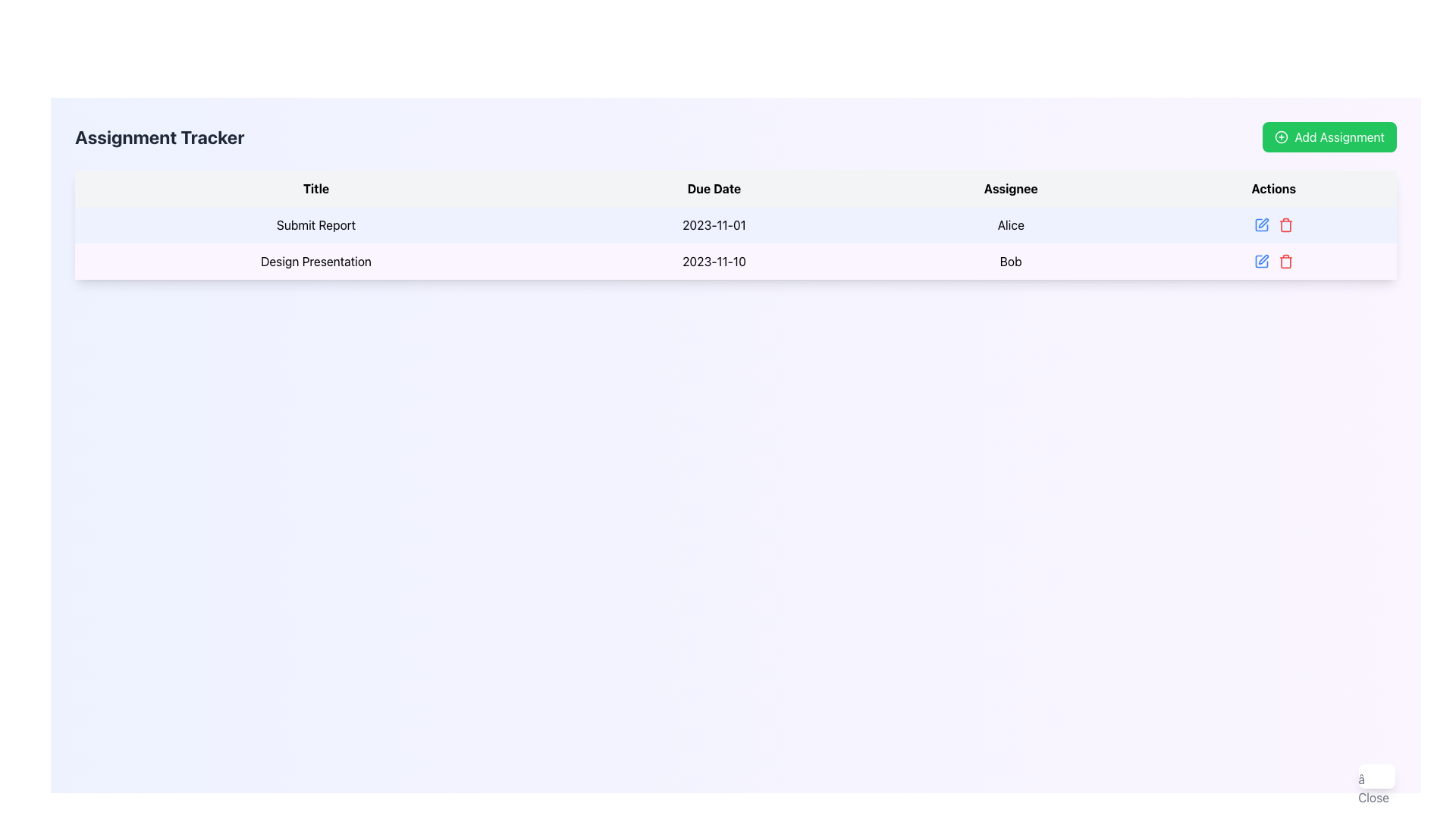  What do you see at coordinates (1281, 137) in the screenshot?
I see `the circular '+' icon within the 'Add Assignment' button, which is styled in a minimalist design with a white icon on a green background, located in the top-right corner of the interface` at bounding box center [1281, 137].